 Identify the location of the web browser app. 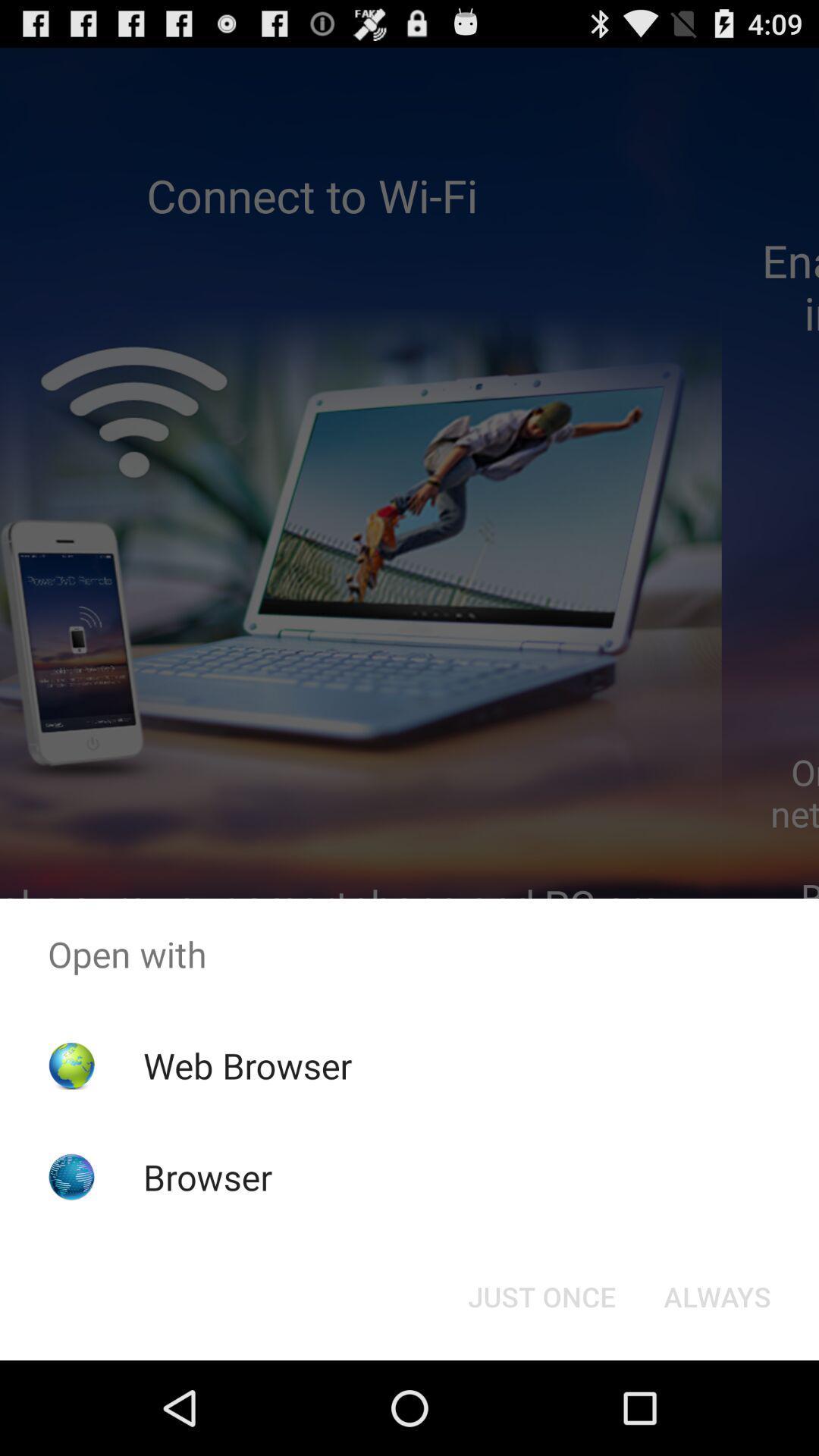
(246, 1065).